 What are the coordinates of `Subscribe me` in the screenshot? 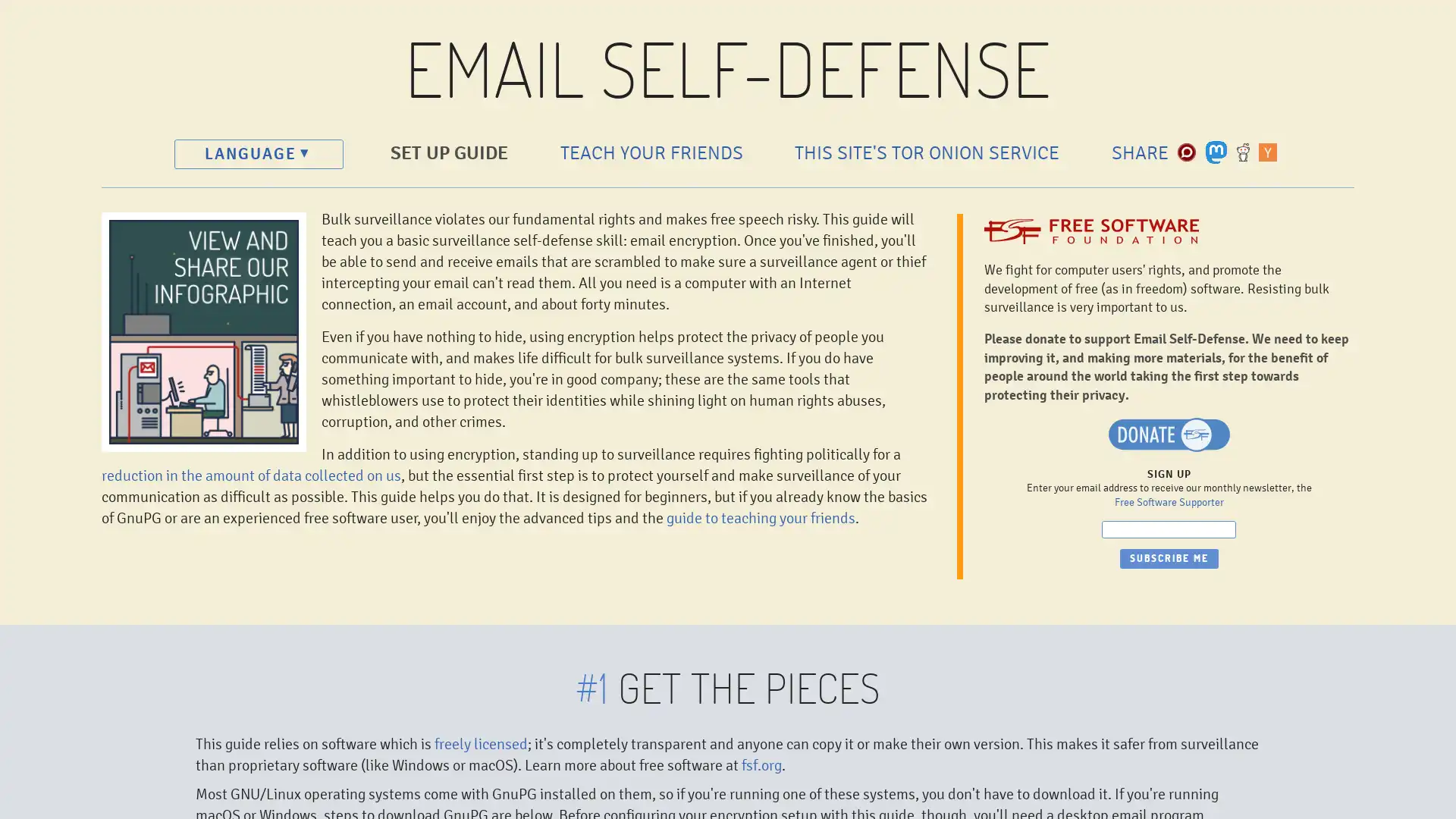 It's located at (1168, 558).